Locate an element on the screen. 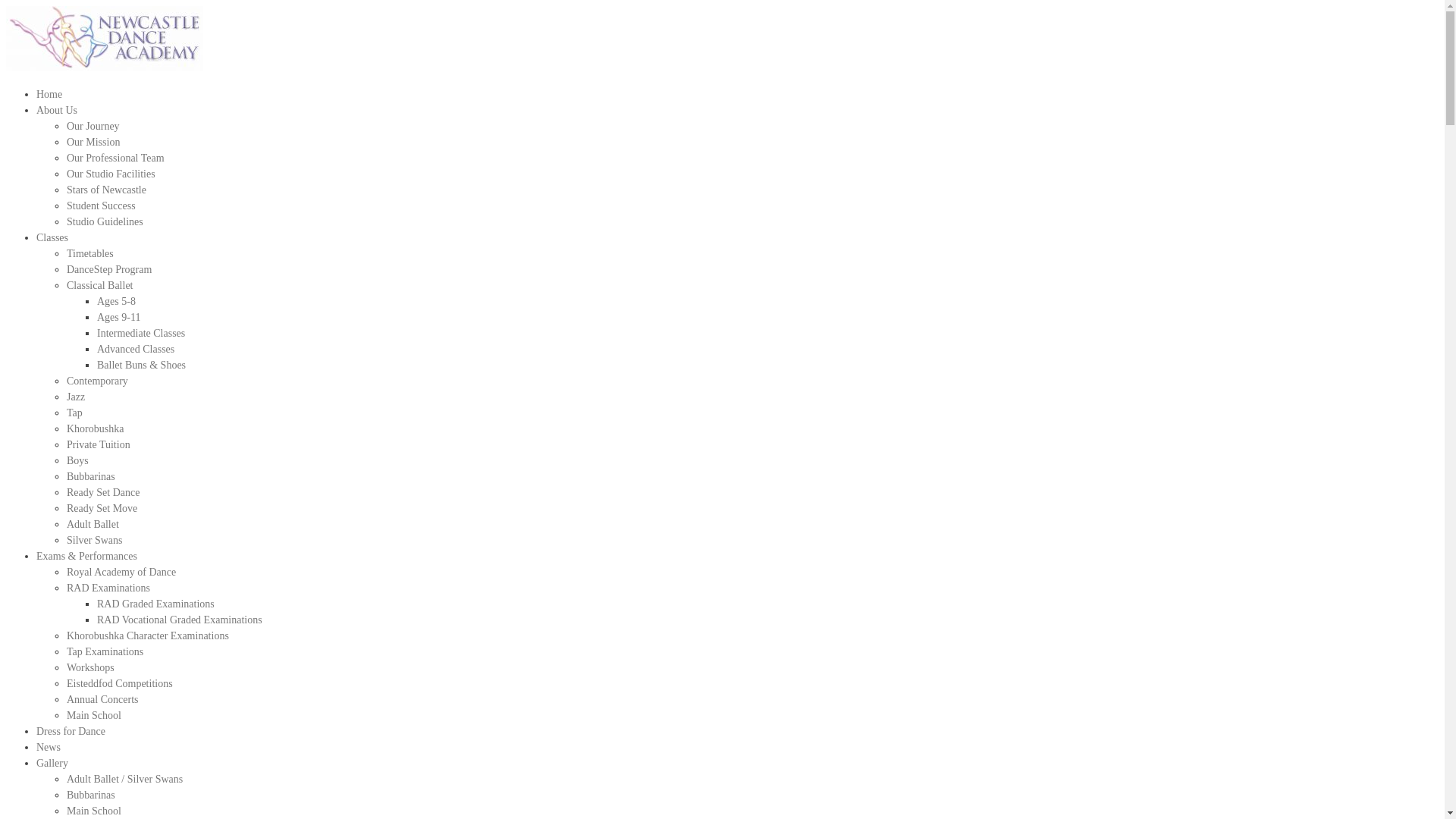 This screenshot has height=819, width=1456. 'Intermediate Classes' is located at coordinates (141, 332).